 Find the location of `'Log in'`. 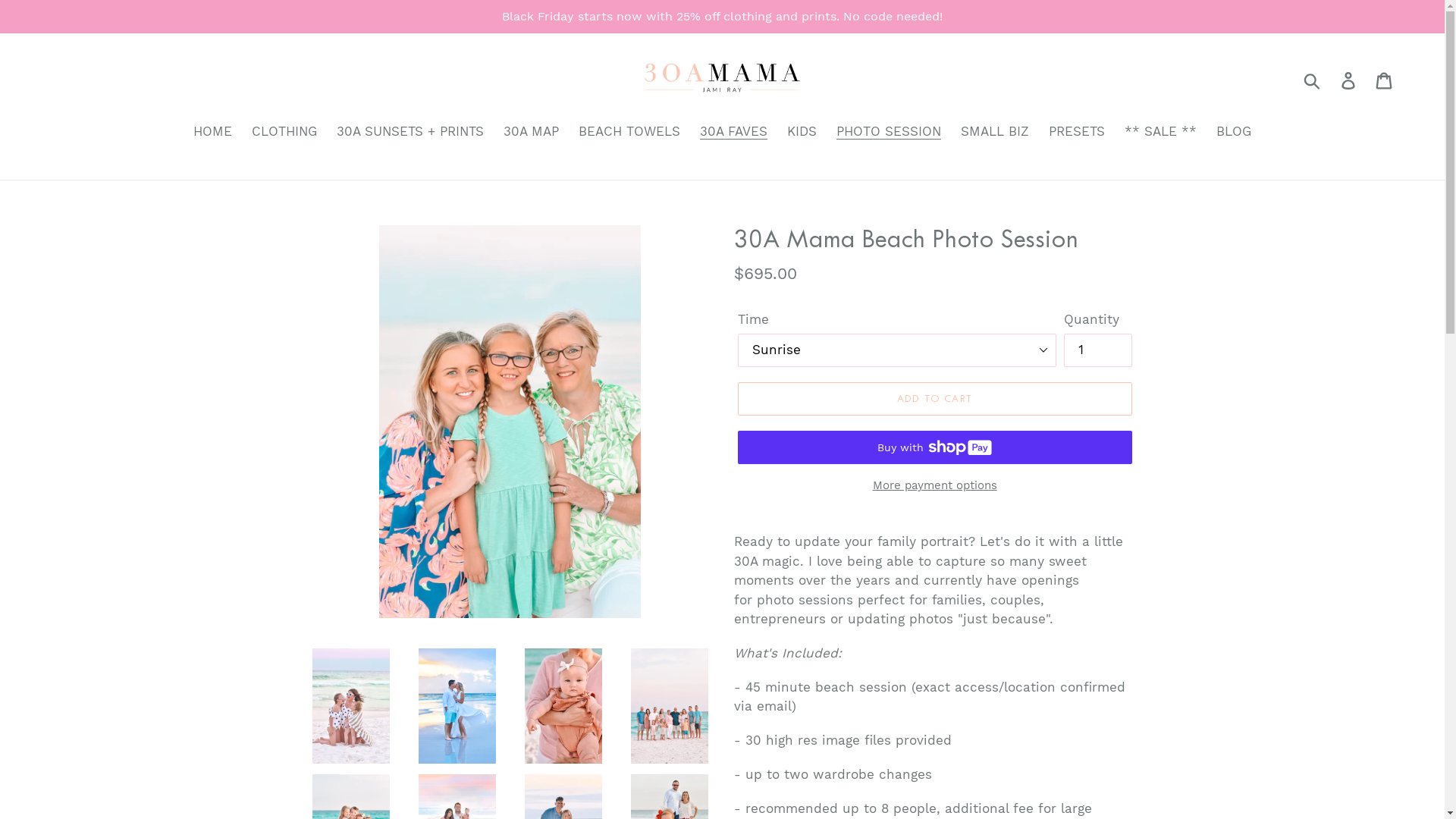

'Log in' is located at coordinates (1349, 79).